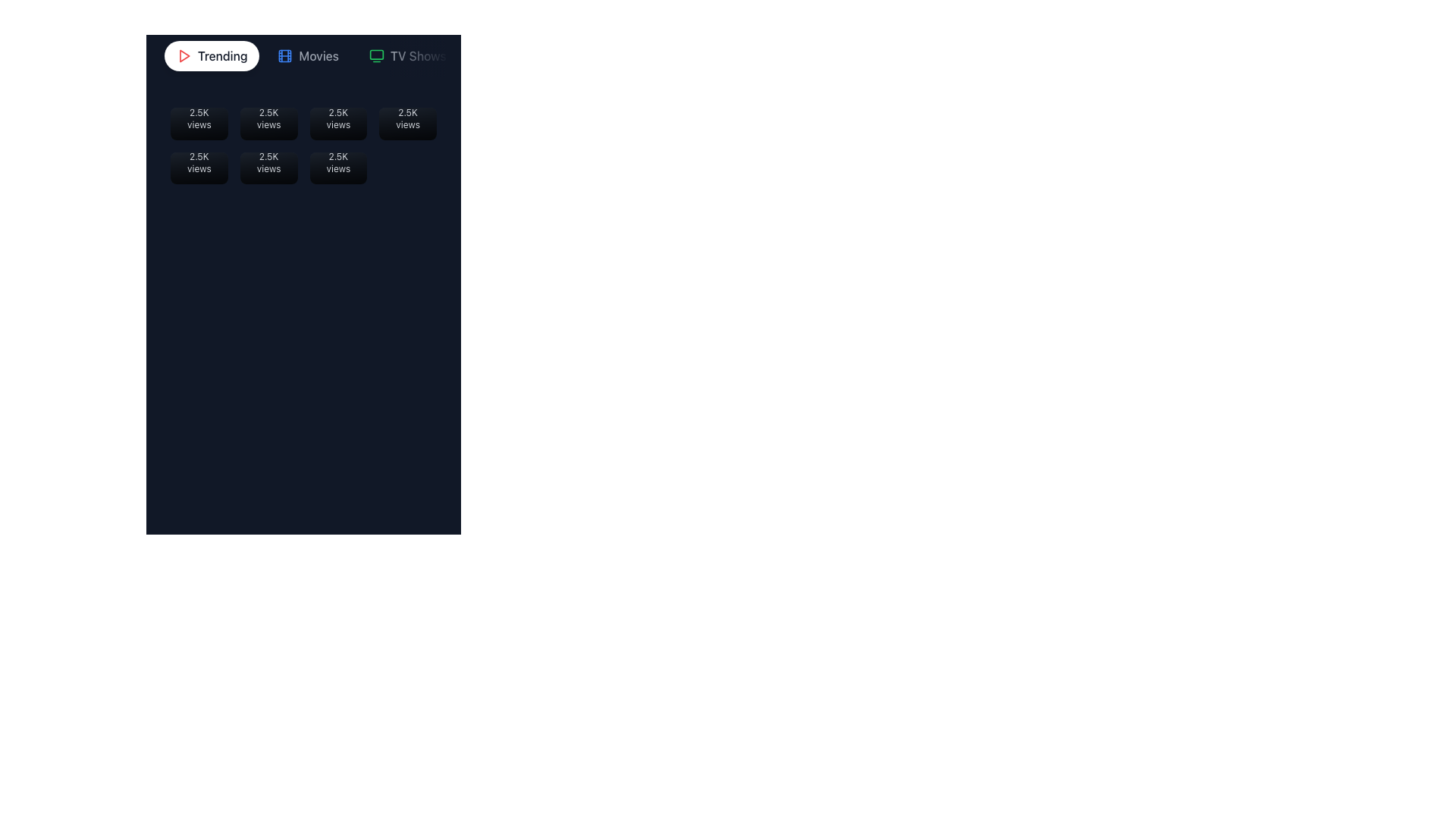  What do you see at coordinates (337, 110) in the screenshot?
I see `the text label displaying '2.5K views', which is the second item in the top row of a 3x2 grid, located below the dark blue navigation bar` at bounding box center [337, 110].